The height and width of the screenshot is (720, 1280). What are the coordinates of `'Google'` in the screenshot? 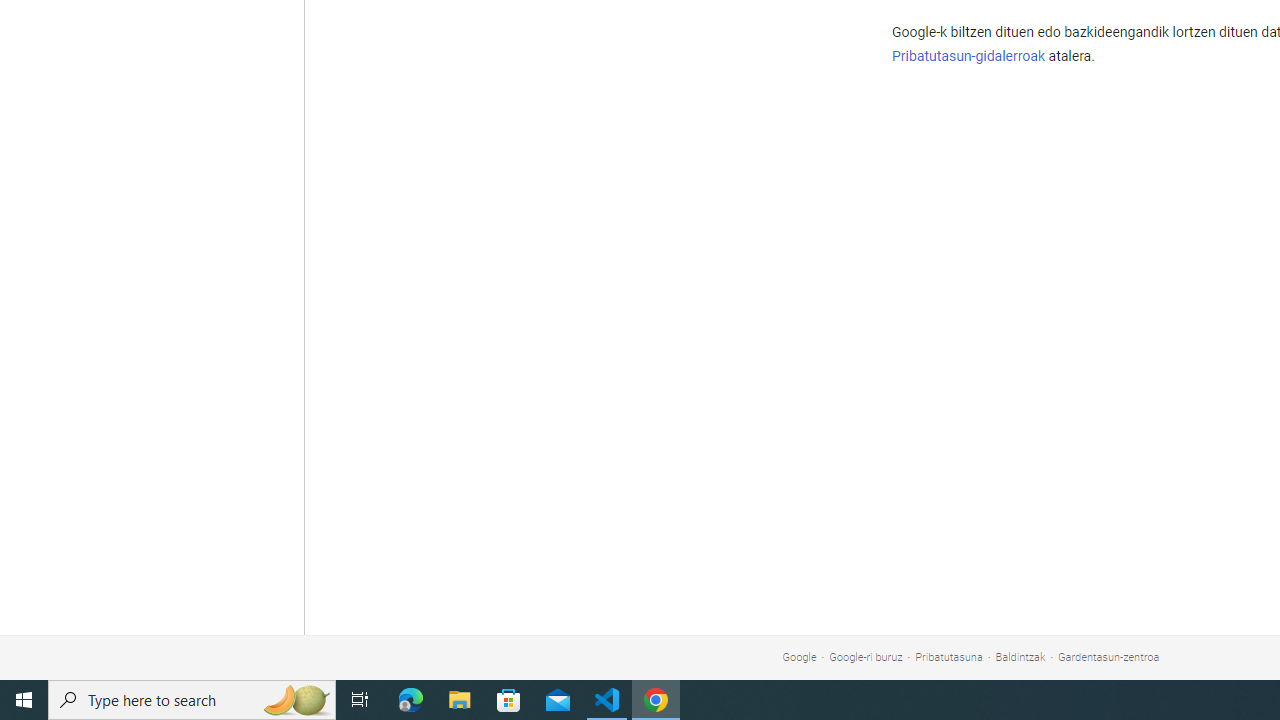 It's located at (798, 657).